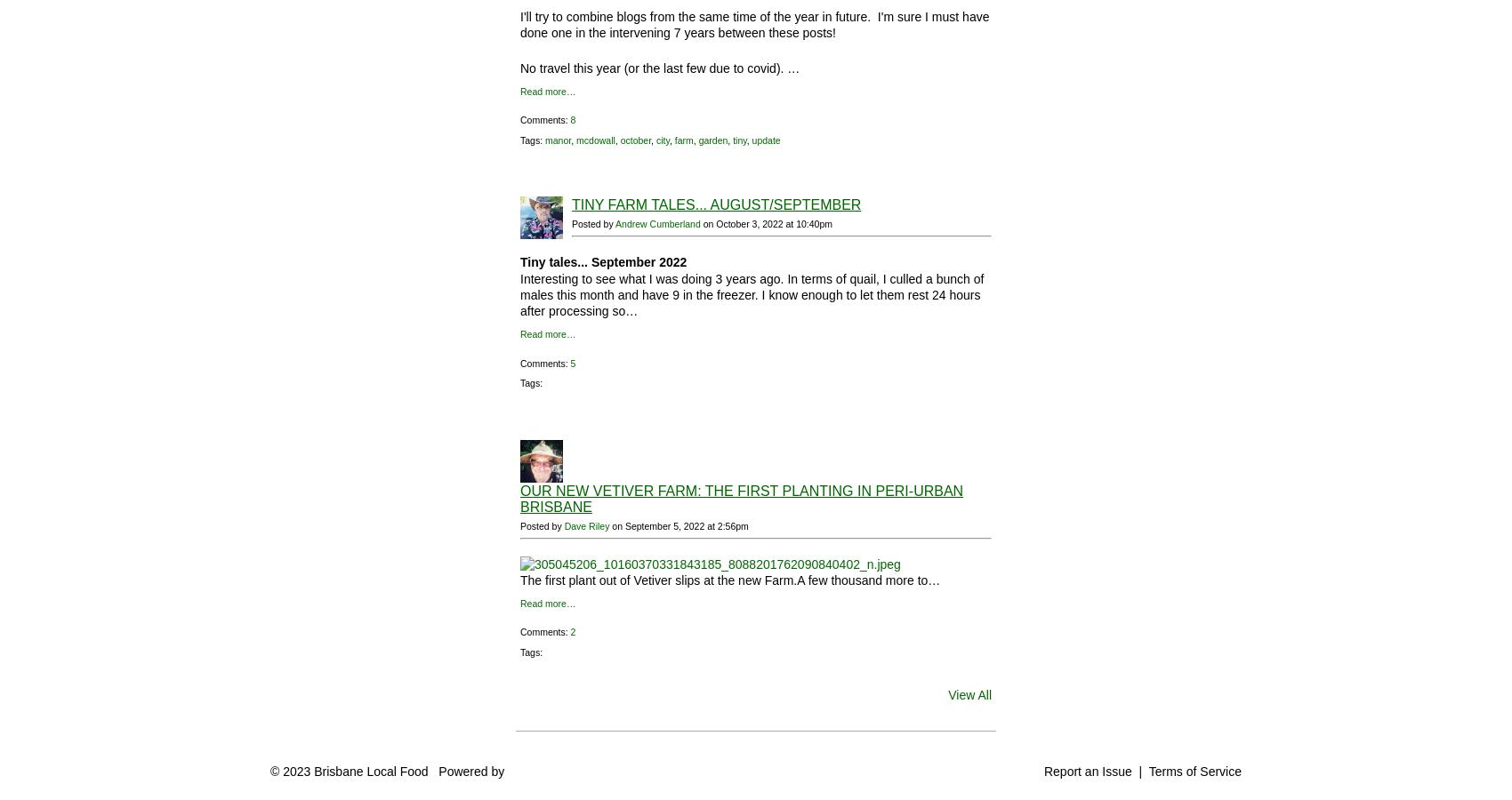  Describe the element at coordinates (948, 694) in the screenshot. I see `'View All'` at that location.